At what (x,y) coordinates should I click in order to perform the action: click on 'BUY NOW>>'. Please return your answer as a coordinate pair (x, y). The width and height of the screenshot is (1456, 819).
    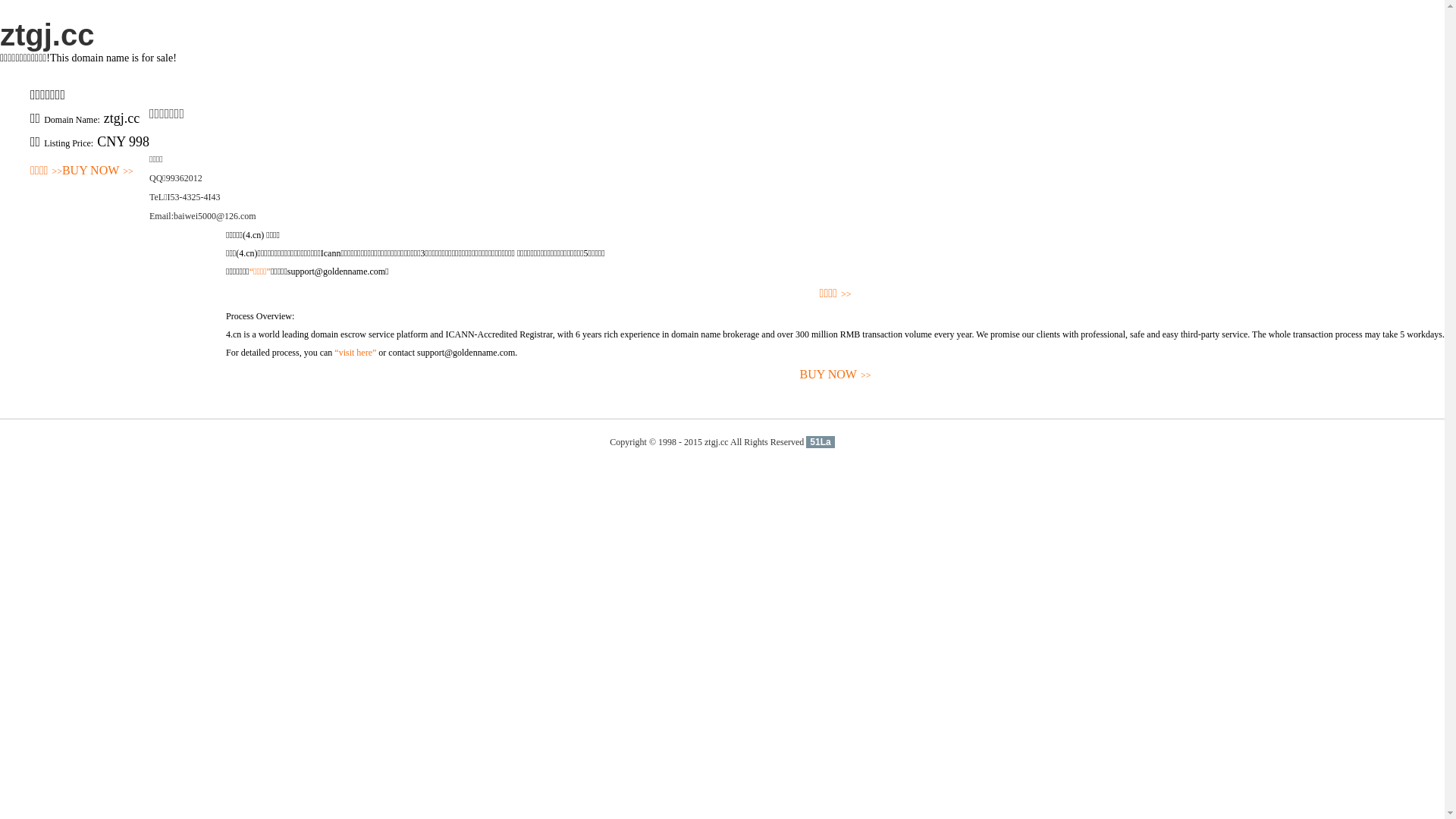
    Looking at the image, I should click on (97, 171).